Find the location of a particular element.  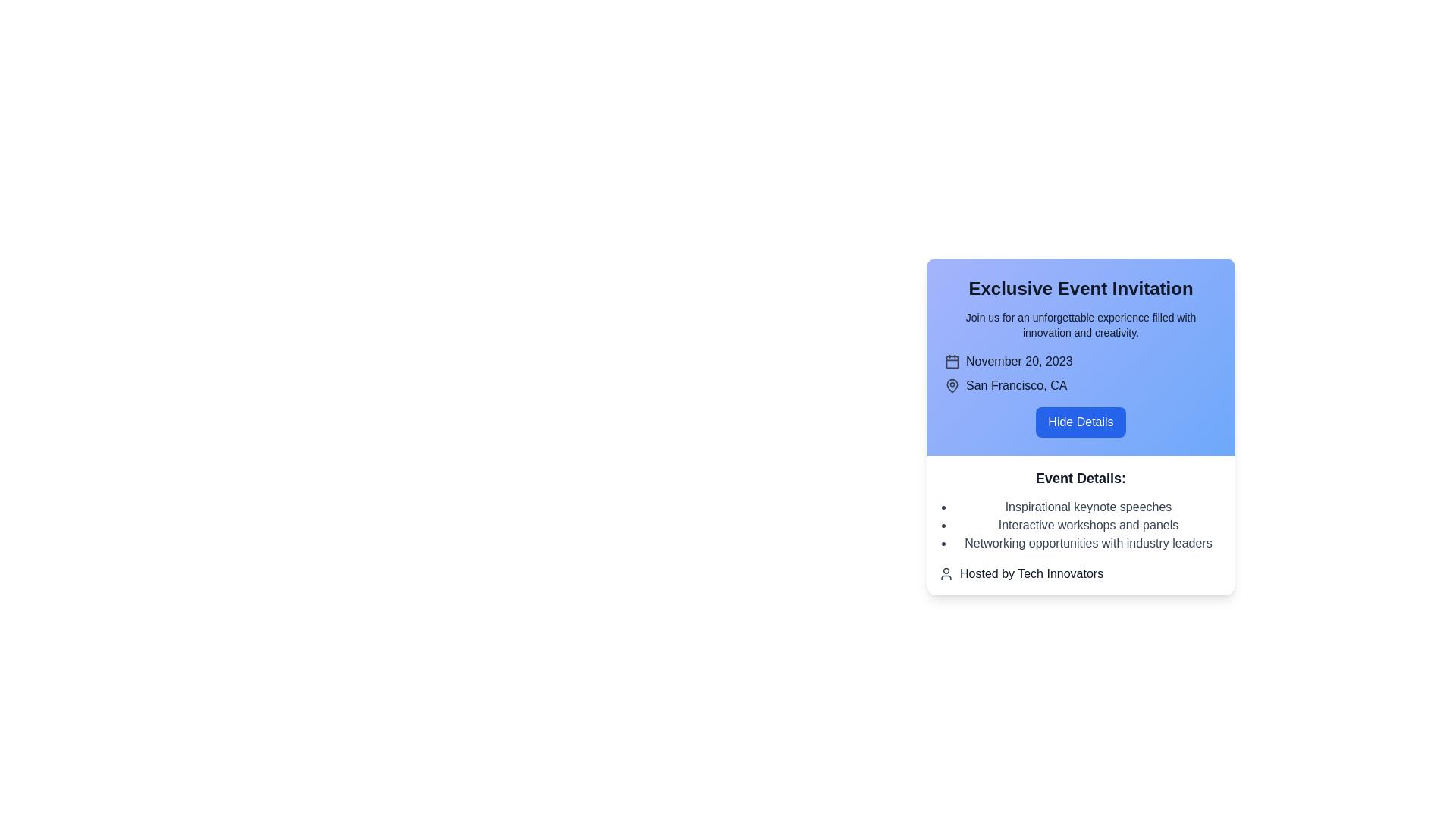

the text label displaying 'Hosted by Tech Innovators' located in the footer section of the card, aligned to the left beside a user icon is located at coordinates (1031, 573).